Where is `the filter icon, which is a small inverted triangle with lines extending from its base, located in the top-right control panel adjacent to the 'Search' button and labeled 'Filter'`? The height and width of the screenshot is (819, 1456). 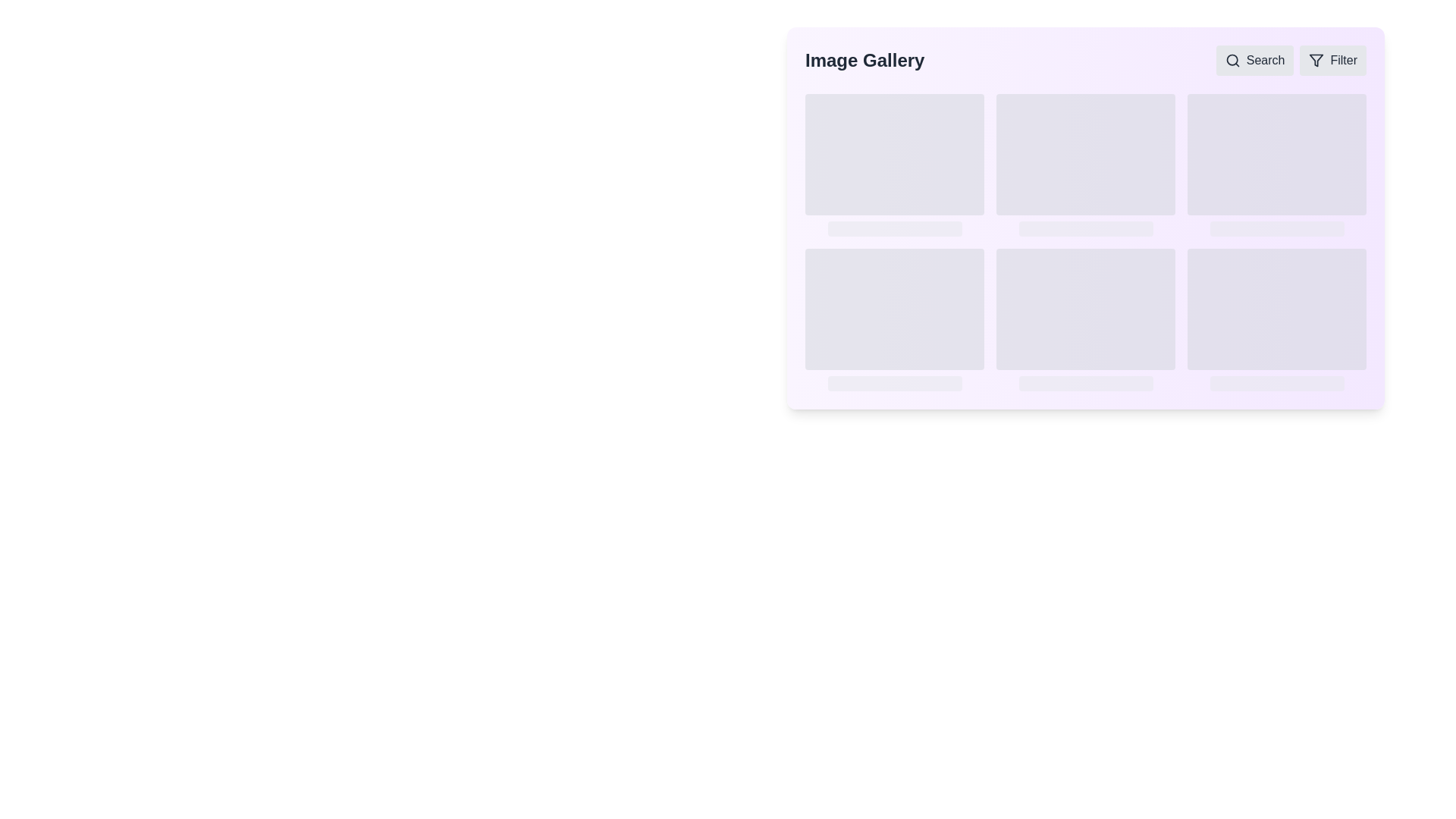 the filter icon, which is a small inverted triangle with lines extending from its base, located in the top-right control panel adjacent to the 'Search' button and labeled 'Filter' is located at coordinates (1316, 60).